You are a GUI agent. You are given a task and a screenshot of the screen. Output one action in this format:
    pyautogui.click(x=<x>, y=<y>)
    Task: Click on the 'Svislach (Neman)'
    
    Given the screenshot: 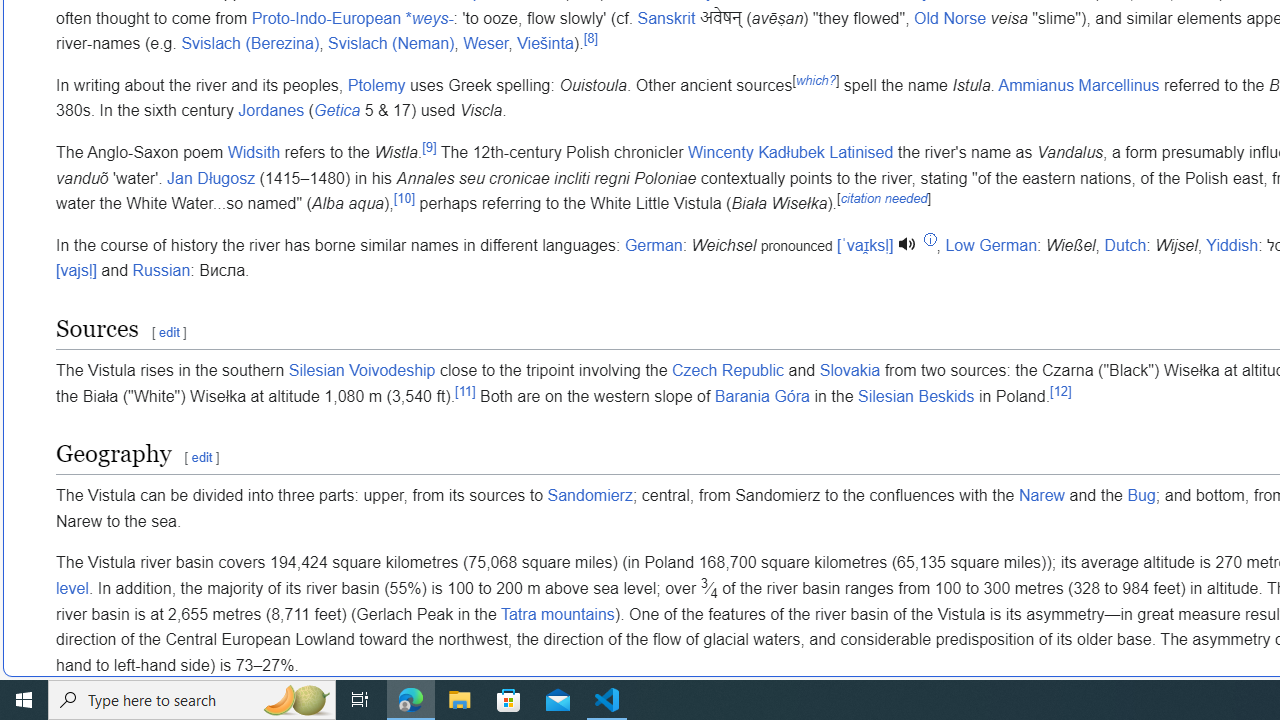 What is the action you would take?
    pyautogui.click(x=391, y=44)
    